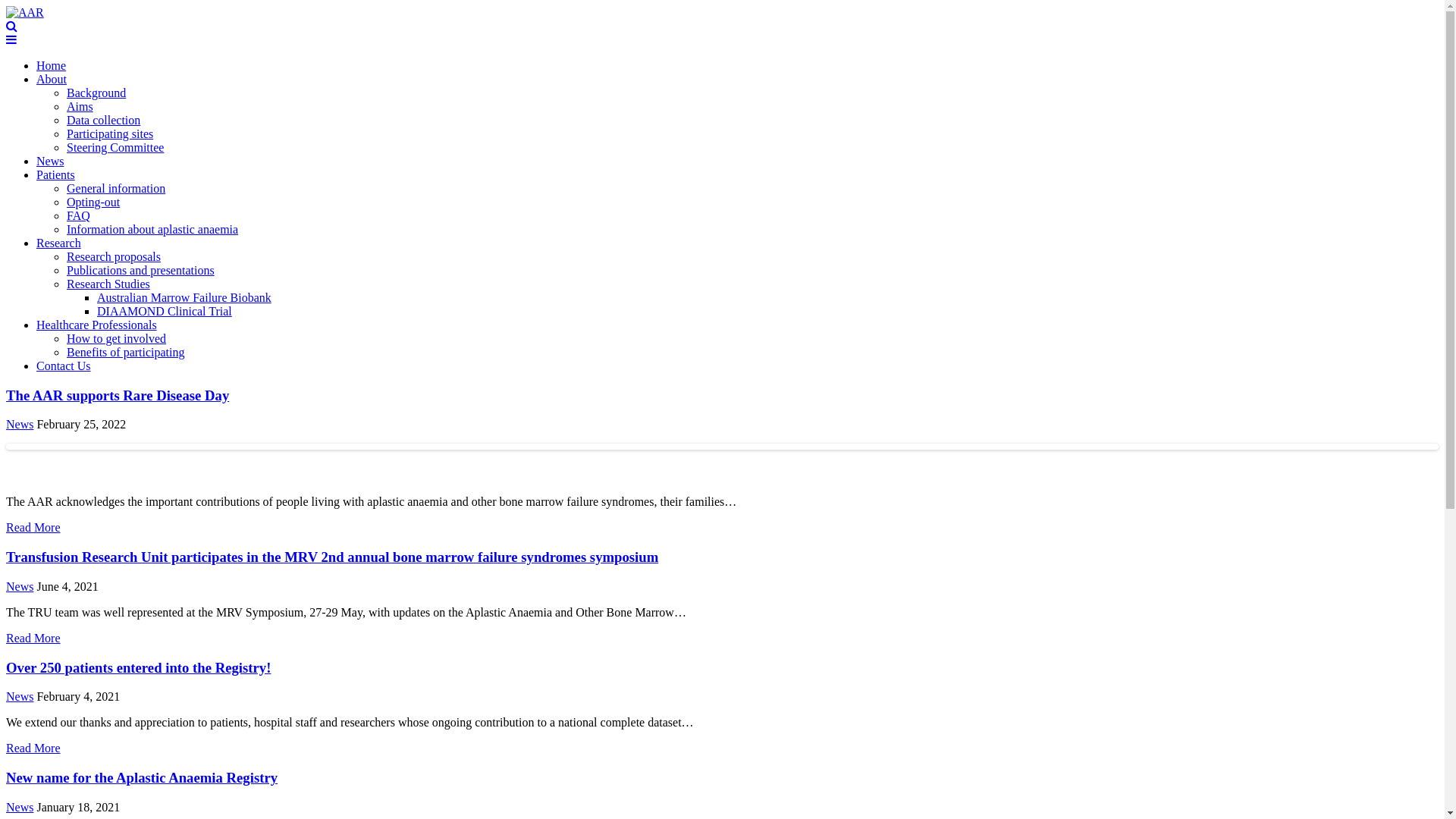  Describe the element at coordinates (58, 242) in the screenshot. I see `'Research'` at that location.